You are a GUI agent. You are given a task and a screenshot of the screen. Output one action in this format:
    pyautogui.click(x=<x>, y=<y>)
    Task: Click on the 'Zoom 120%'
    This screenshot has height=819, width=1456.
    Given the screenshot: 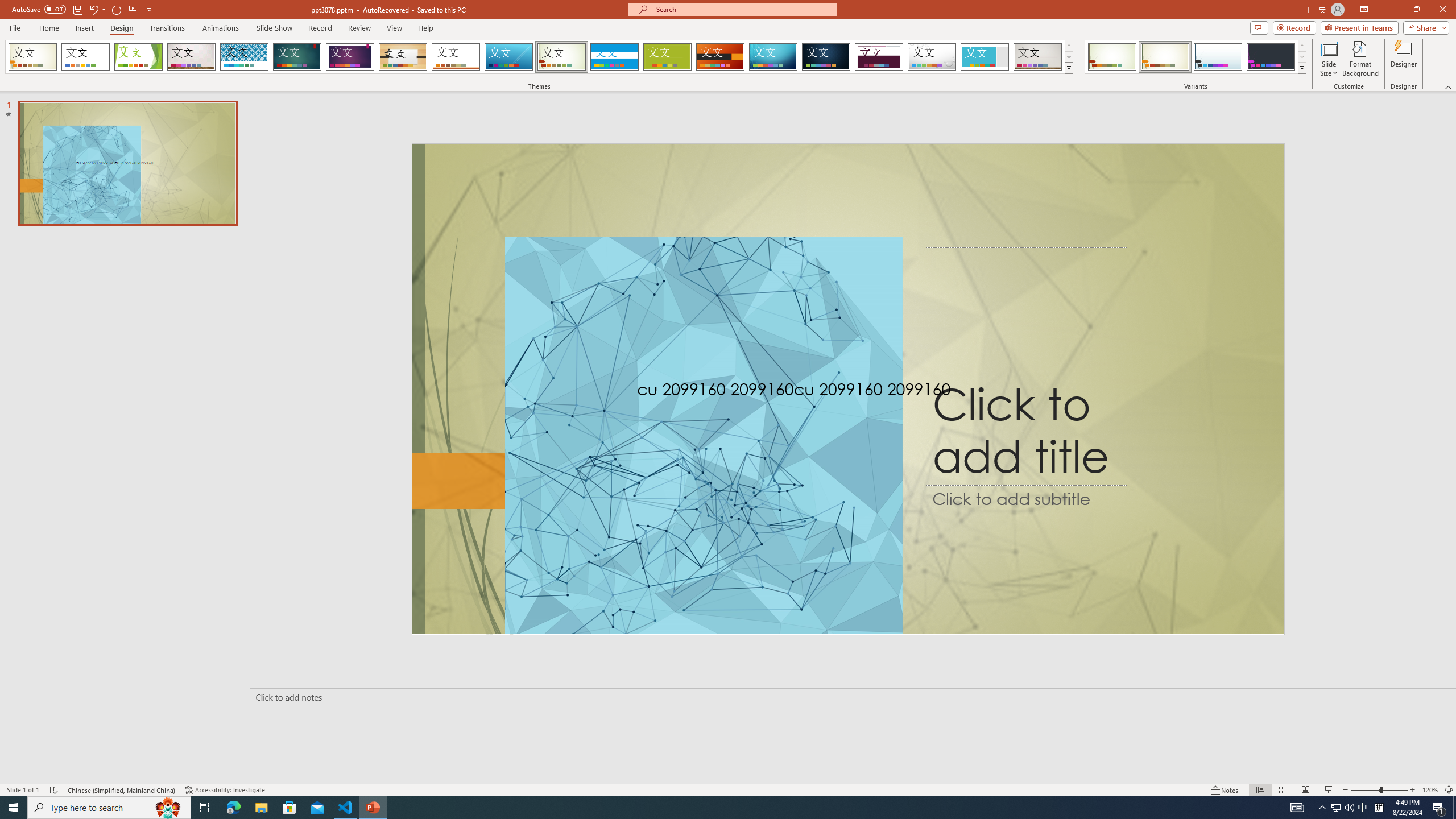 What is the action you would take?
    pyautogui.click(x=1430, y=790)
    